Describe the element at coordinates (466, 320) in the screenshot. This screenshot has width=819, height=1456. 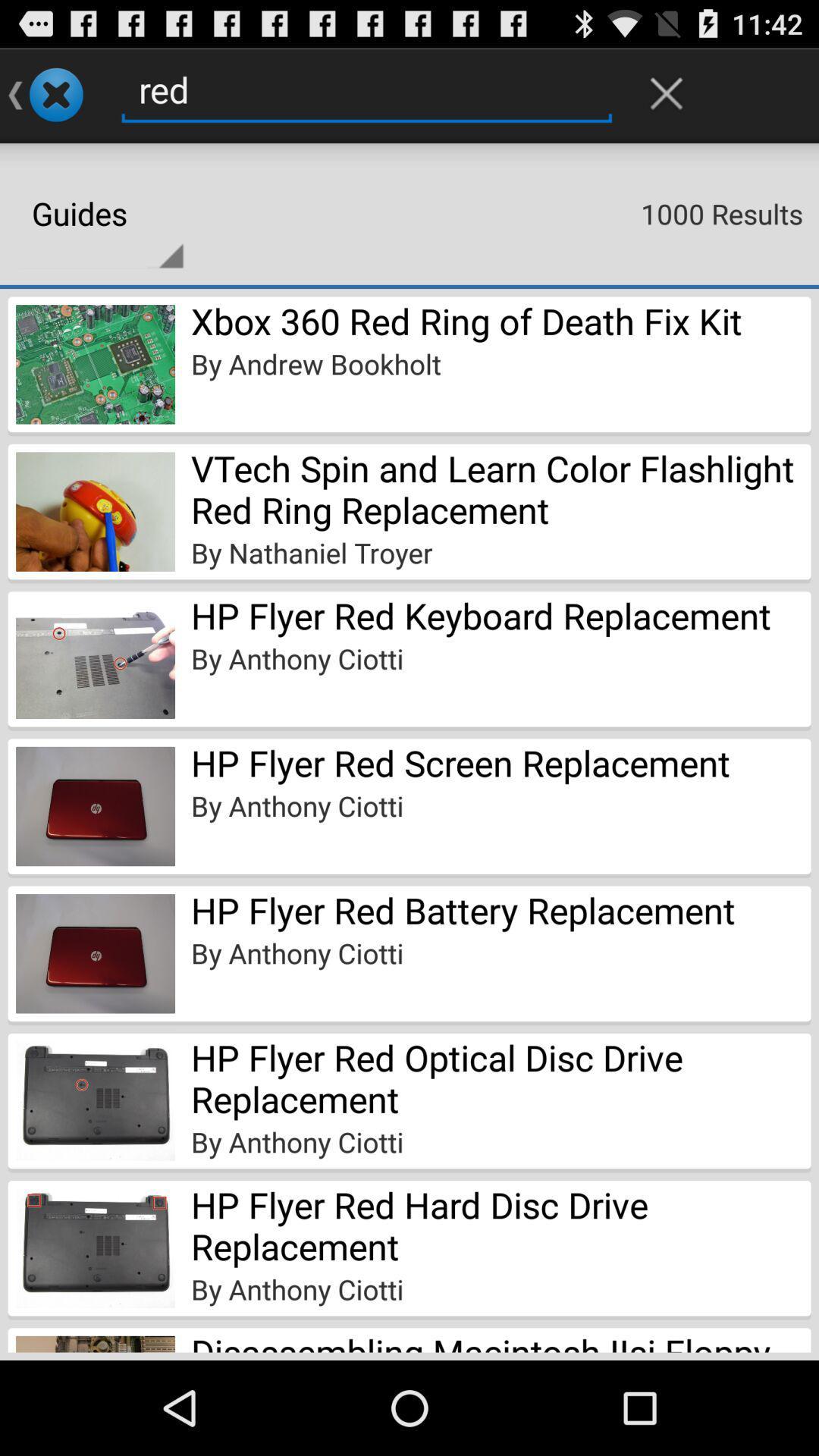
I see `the xbox 360 red` at that location.